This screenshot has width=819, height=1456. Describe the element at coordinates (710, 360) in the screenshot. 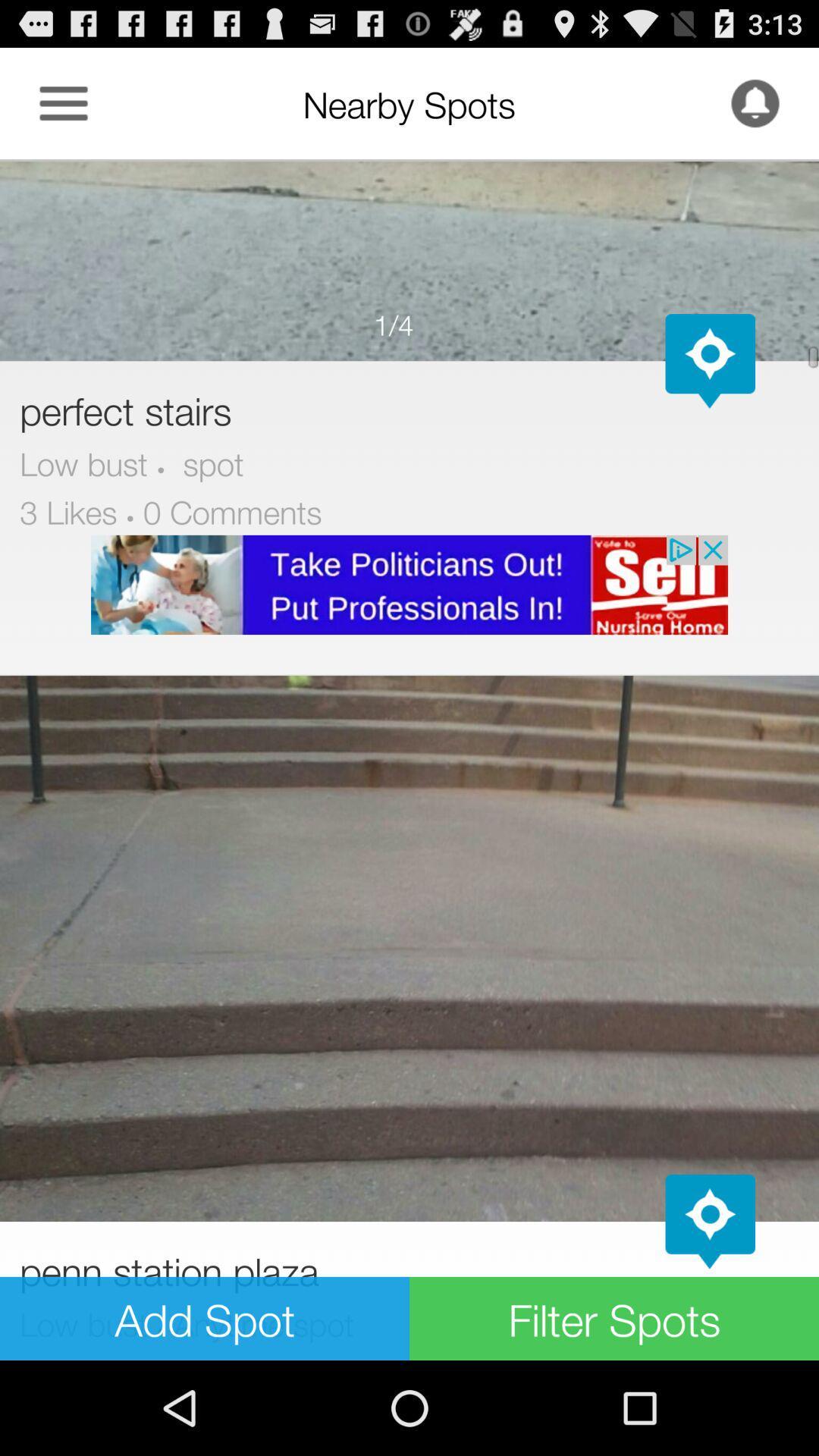

I see `to see location` at that location.